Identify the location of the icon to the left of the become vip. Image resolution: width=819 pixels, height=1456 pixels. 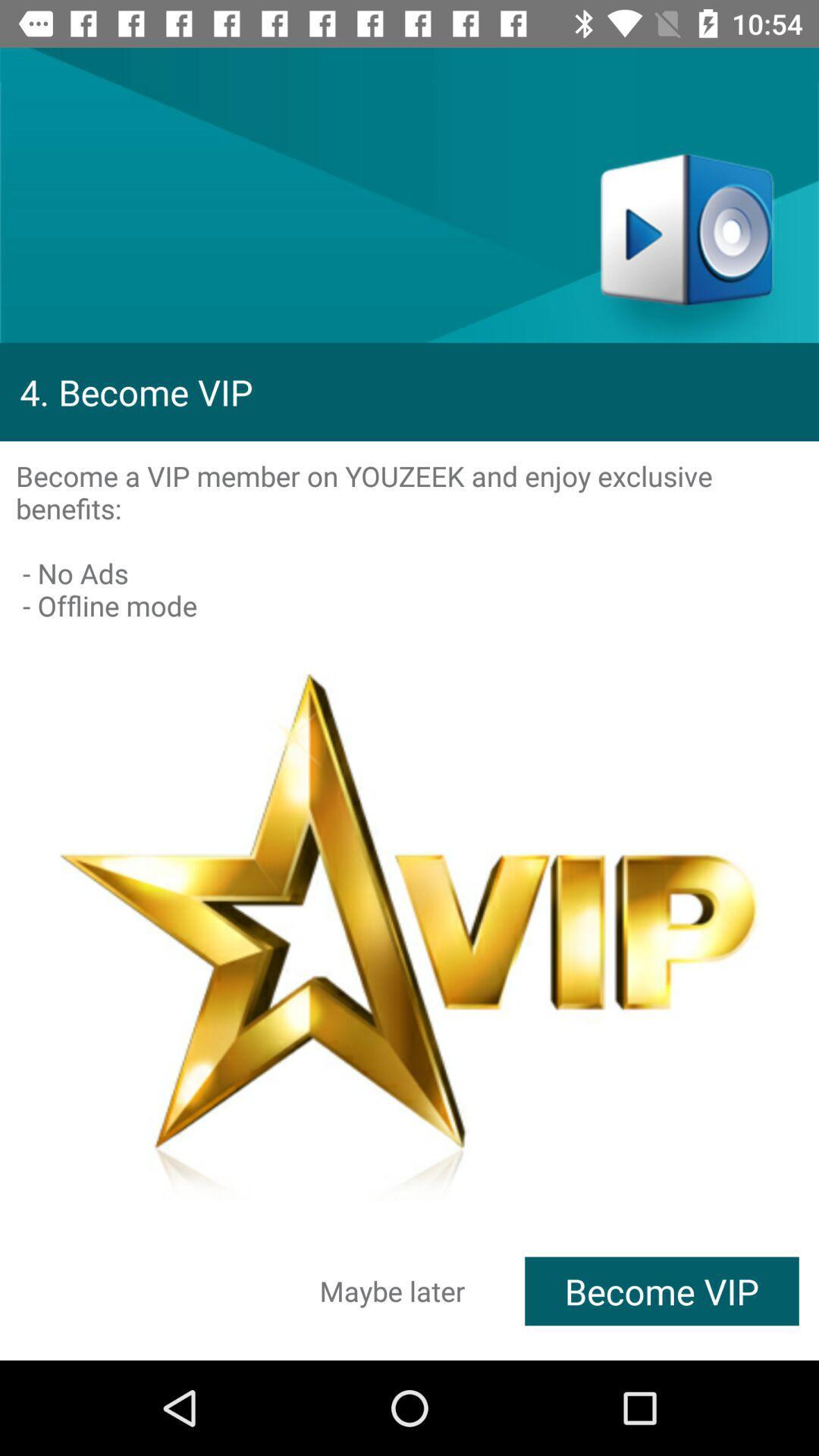
(391, 1290).